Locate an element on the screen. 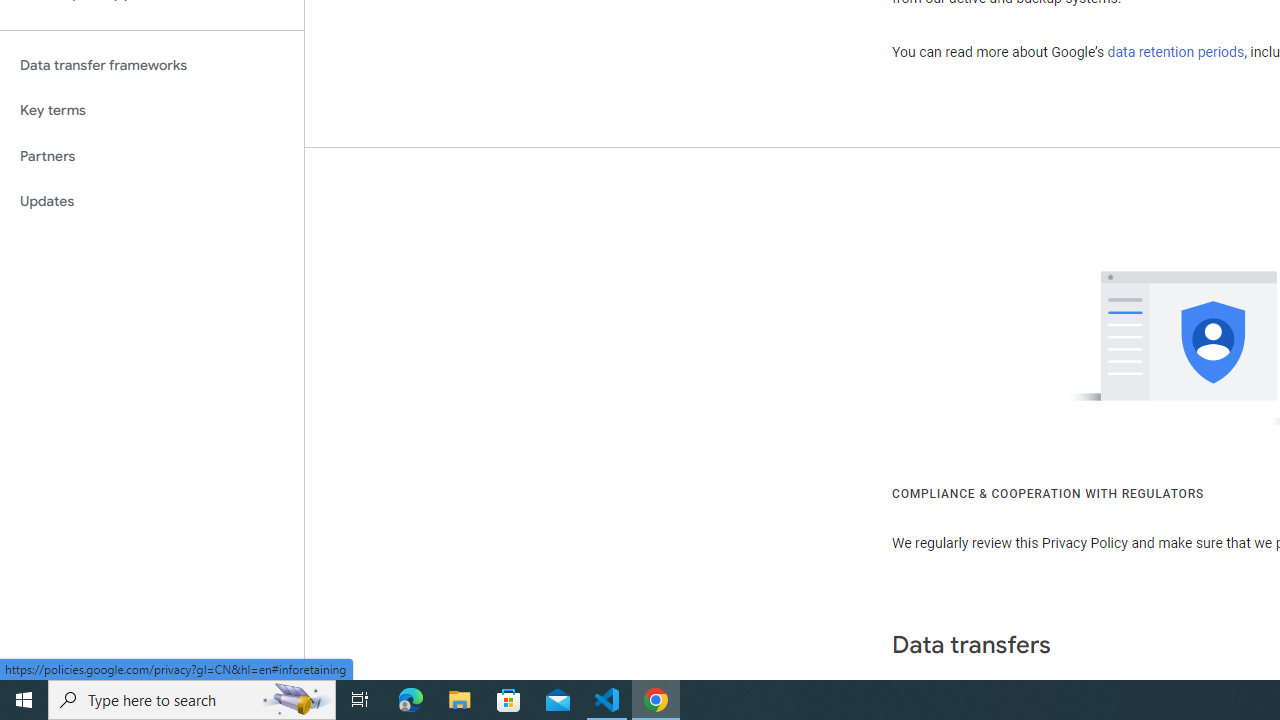 The height and width of the screenshot is (720, 1280). 'Key terms' is located at coordinates (151, 110).